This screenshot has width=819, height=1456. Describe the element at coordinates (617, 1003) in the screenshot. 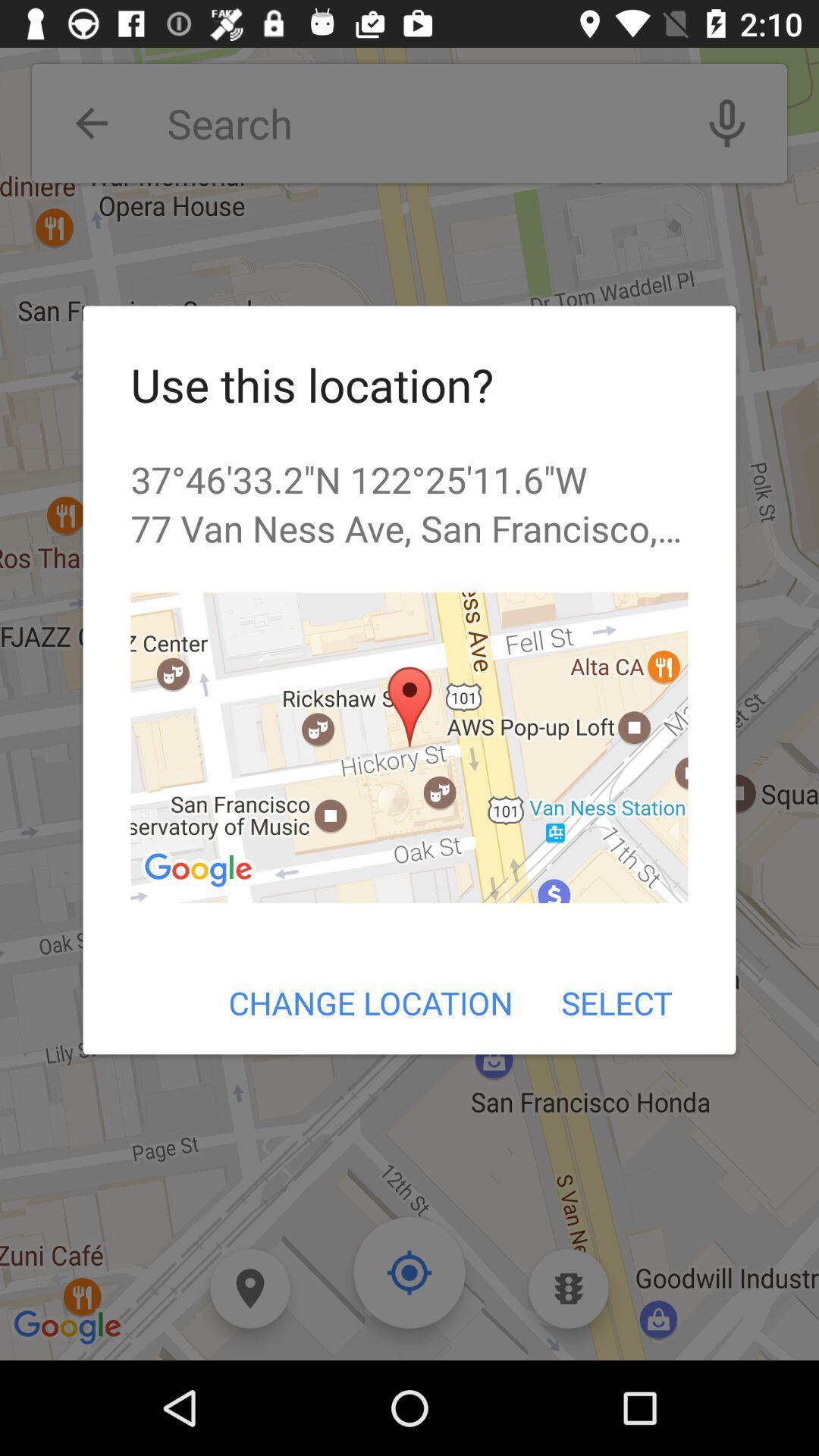

I see `the icon to the right of change location` at that location.